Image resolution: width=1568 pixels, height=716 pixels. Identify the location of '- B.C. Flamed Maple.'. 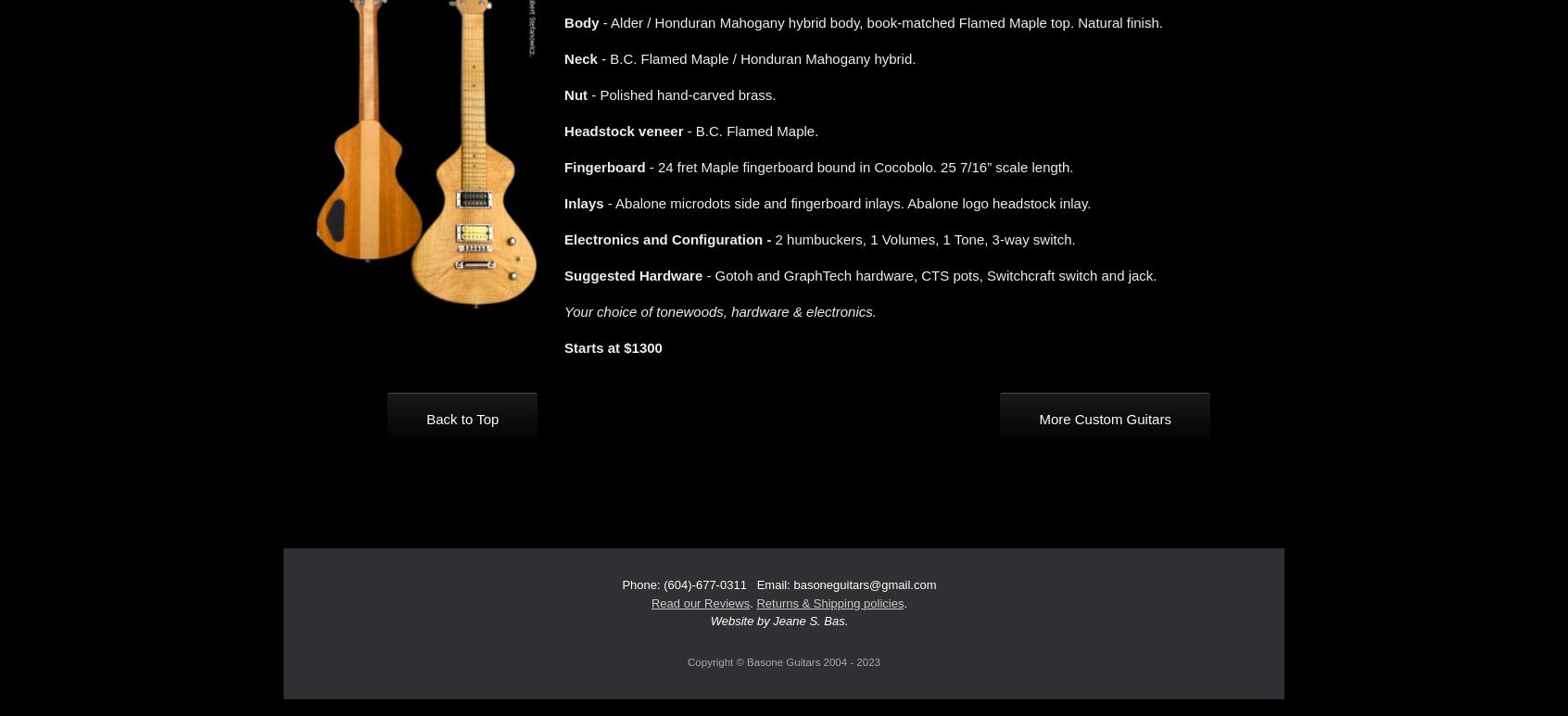
(750, 131).